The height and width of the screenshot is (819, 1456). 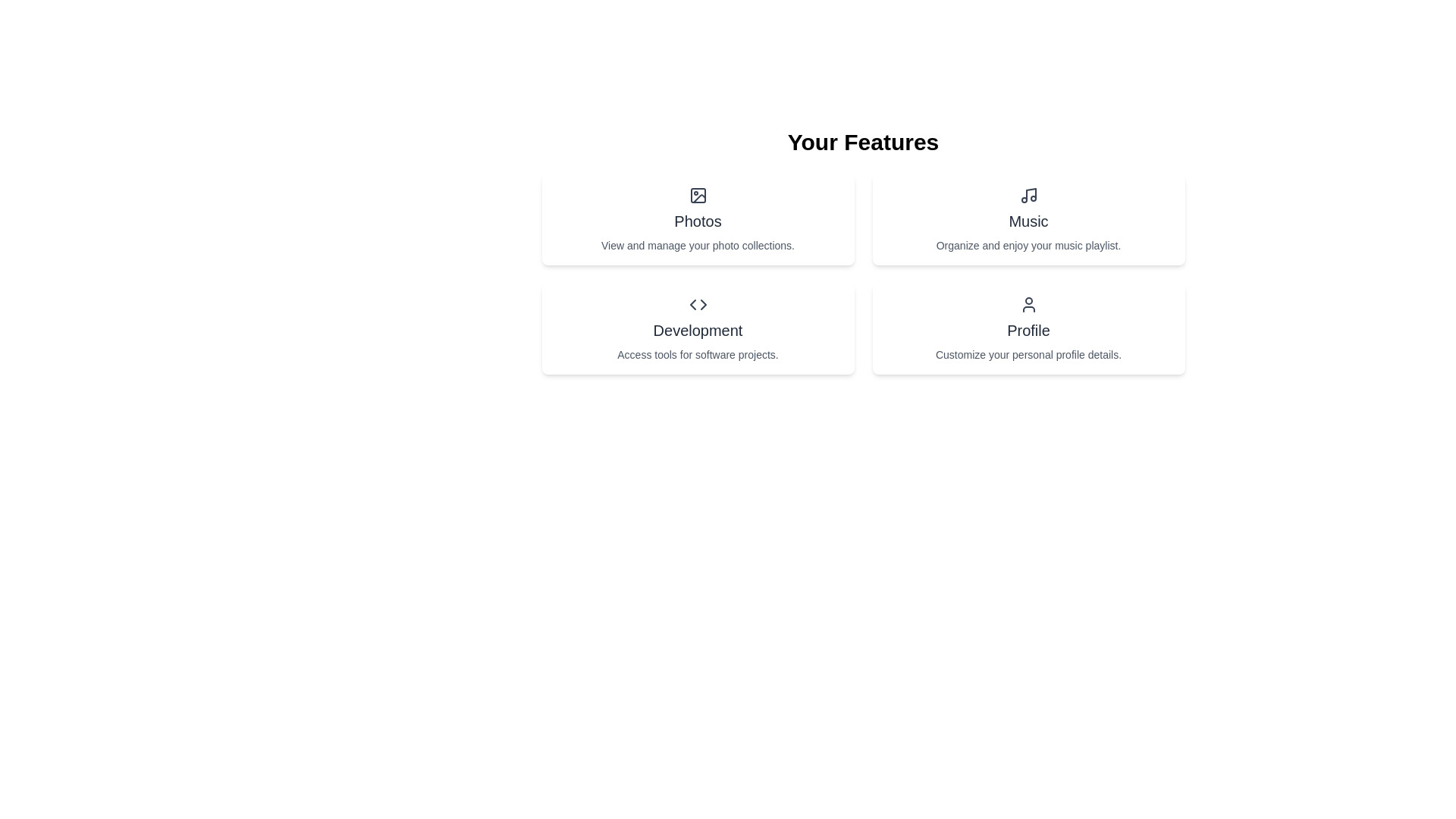 I want to click on the text box that contains the descriptive sentence 'Access tools for software projects' in a smaller, gray font, located at the bottom of the 'Development' panel, so click(x=697, y=354).